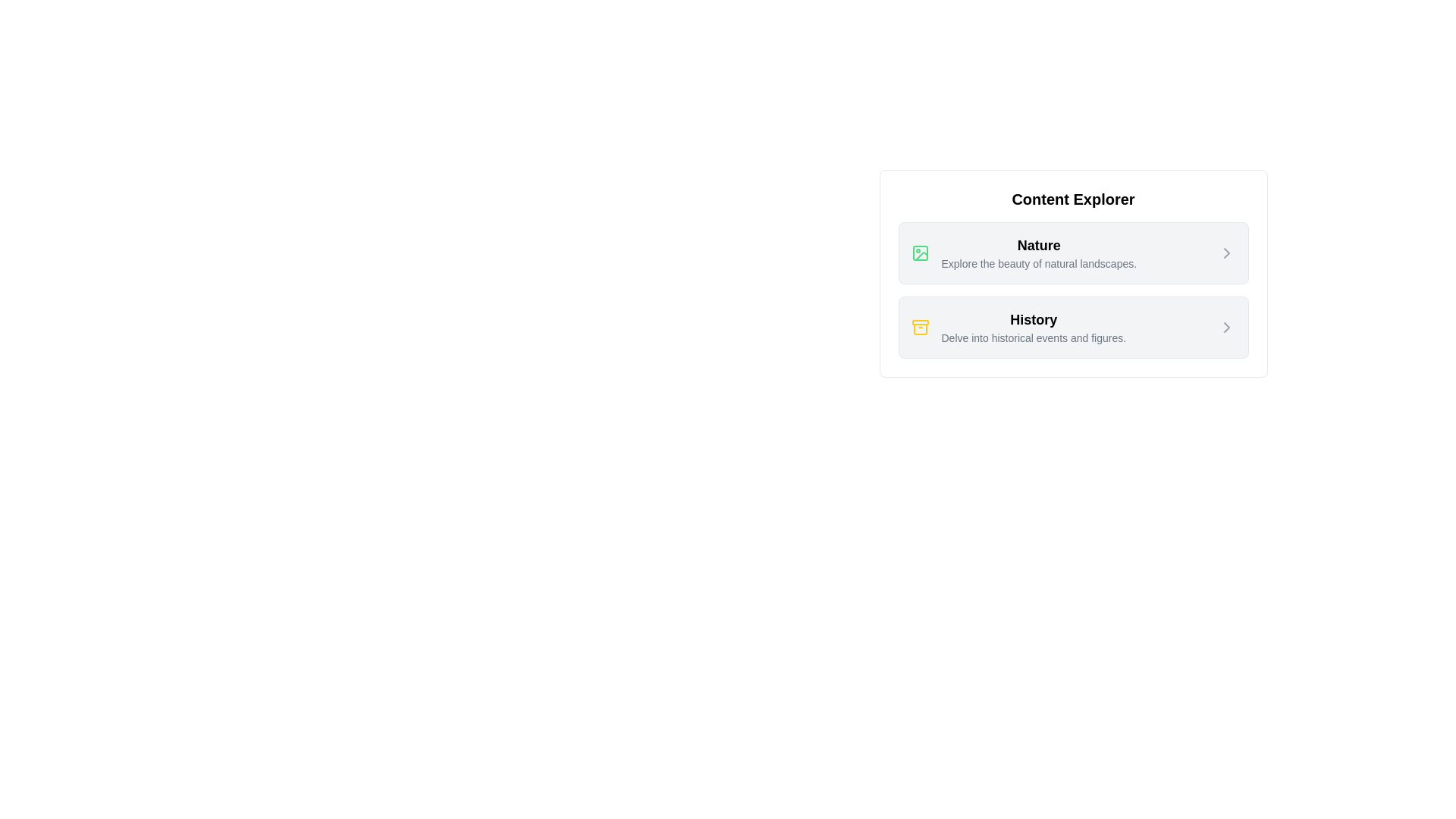  What do you see at coordinates (1038, 262) in the screenshot?
I see `the text label that describes the topic 'Nature'` at bounding box center [1038, 262].